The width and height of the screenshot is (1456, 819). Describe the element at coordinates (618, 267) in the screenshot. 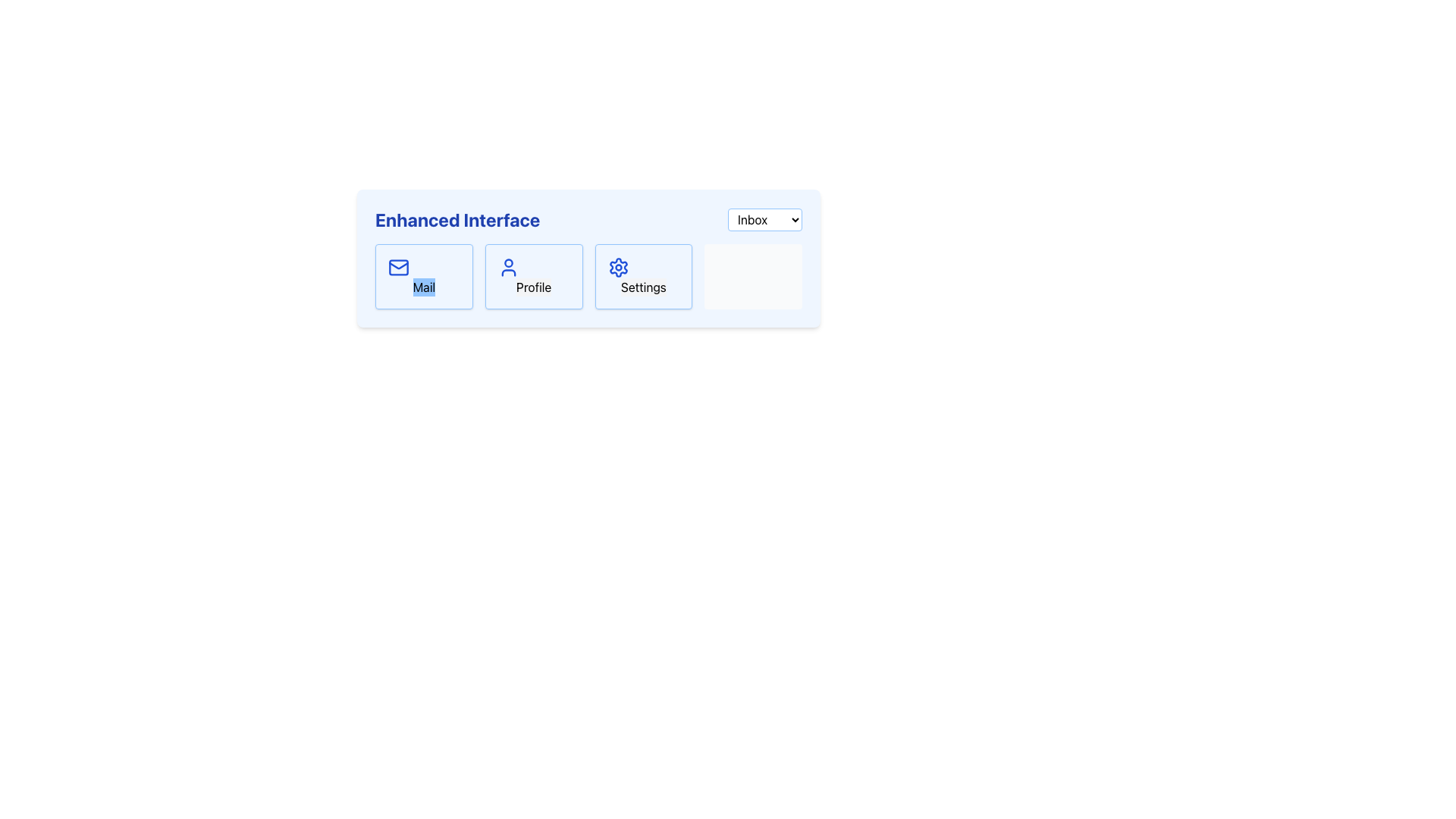

I see `the settings cogwheel icon, which is the third button from the left in the horizontal layout under 'Enhanced Interface'` at that location.